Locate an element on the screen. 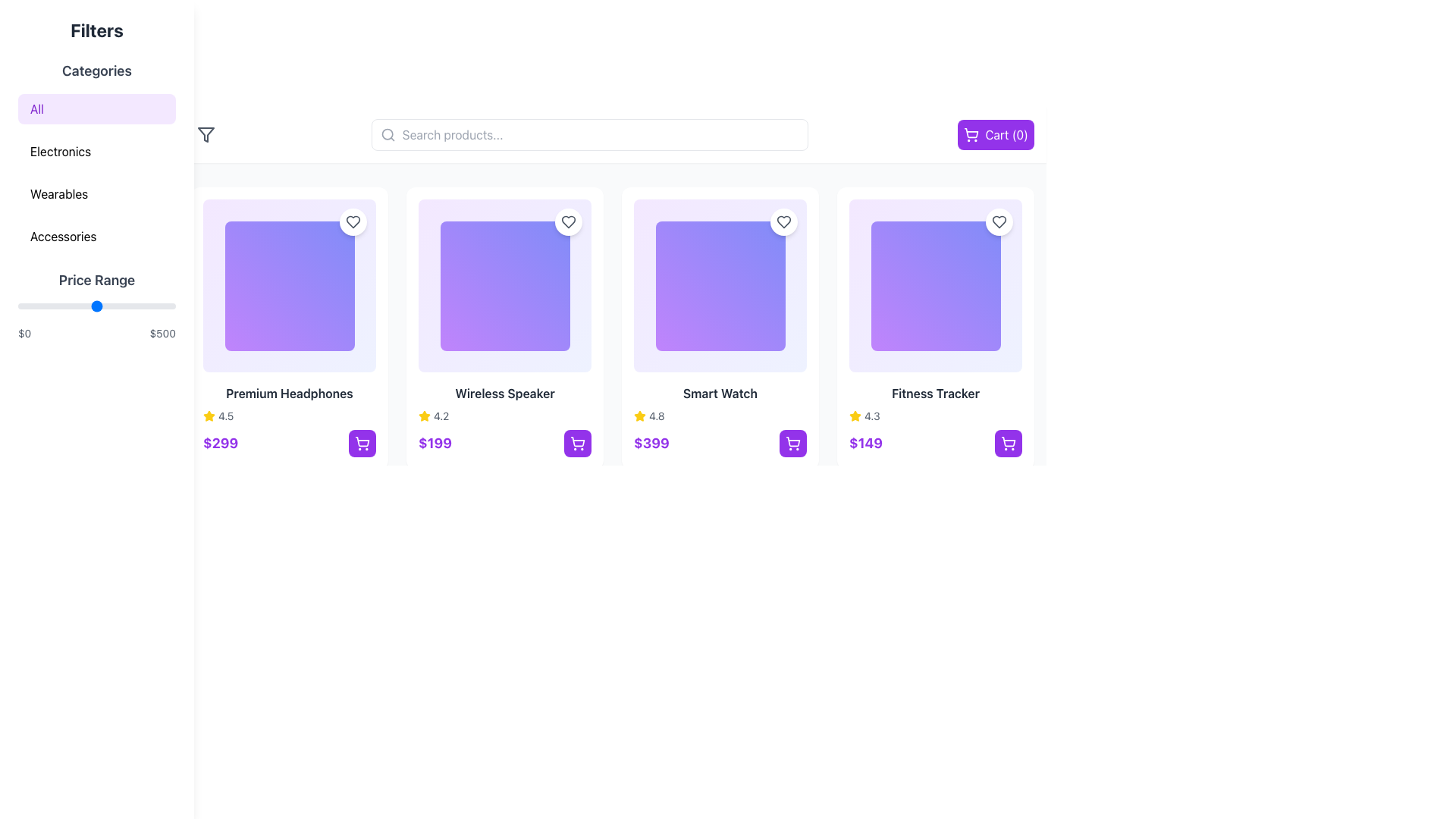 The height and width of the screenshot is (819, 1456). the price text label of the 'Premium Headphones' product located at the bottom-left corner of the product card is located at coordinates (220, 444).